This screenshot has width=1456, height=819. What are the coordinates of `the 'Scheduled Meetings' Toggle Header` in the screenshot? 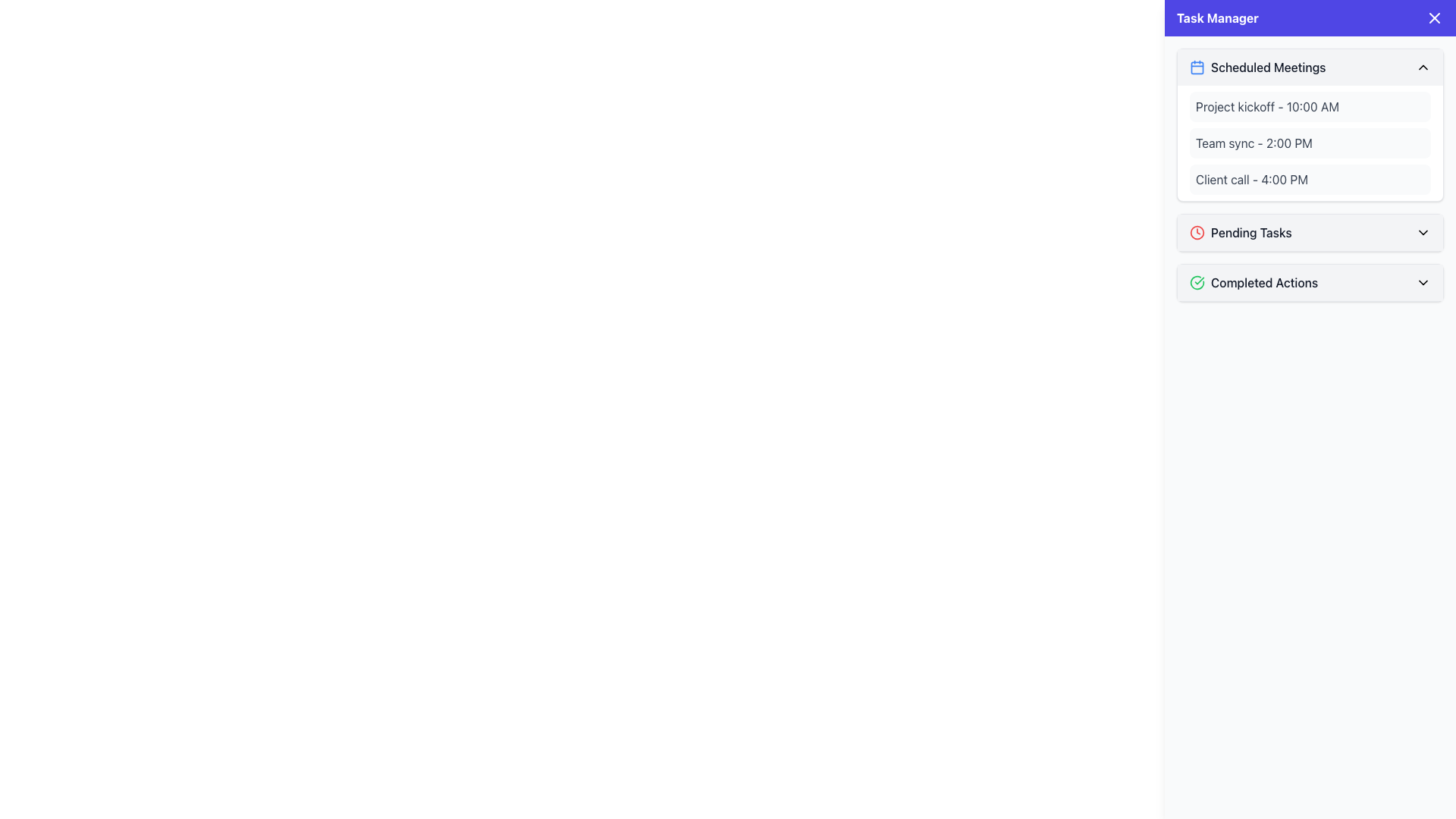 It's located at (1310, 66).